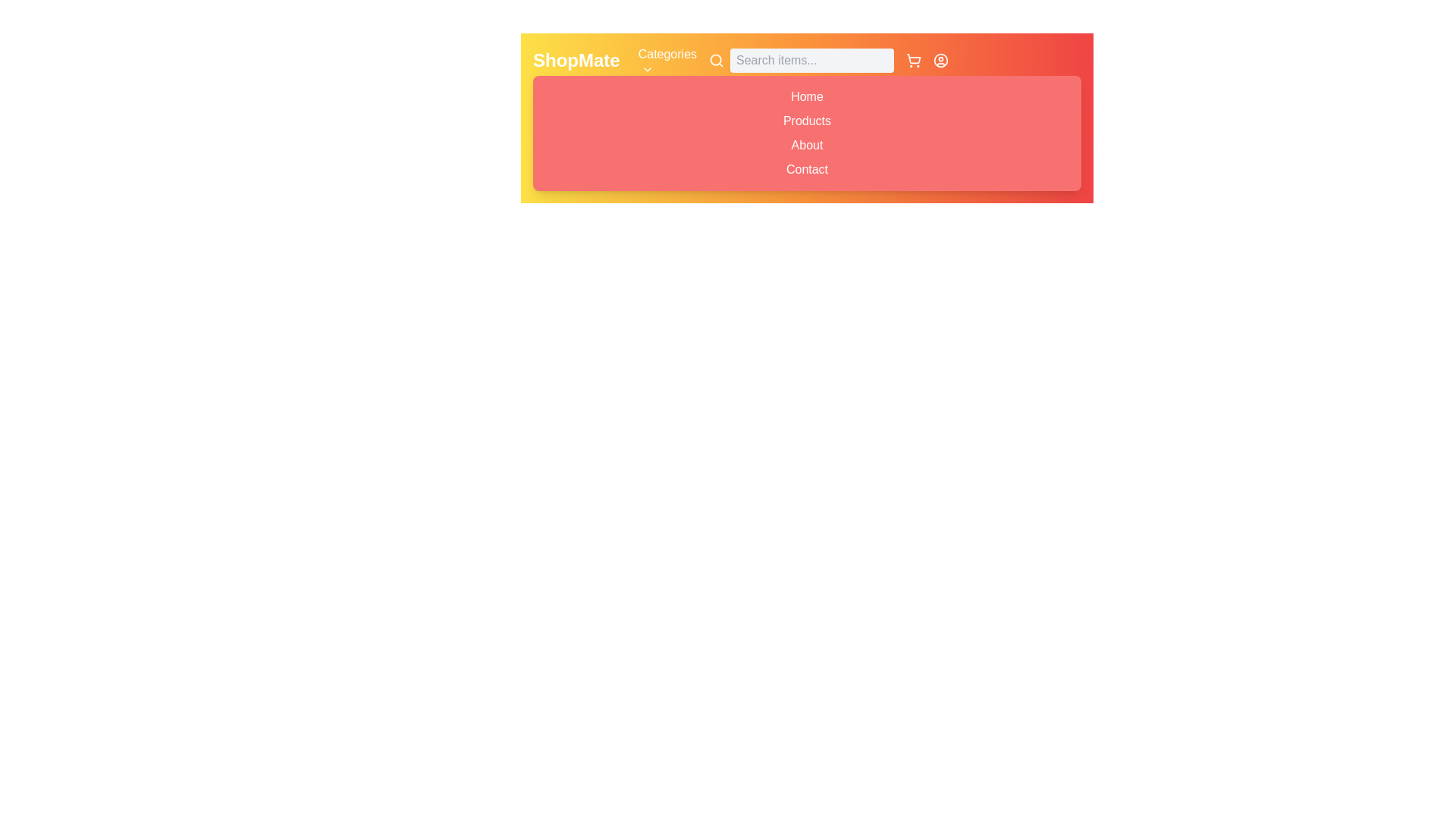  Describe the element at coordinates (806, 169) in the screenshot. I see `the hyperlink labeled 'Contact' that is the fourth item in a vertical list, located near the middle-right of the red background panel` at that location.